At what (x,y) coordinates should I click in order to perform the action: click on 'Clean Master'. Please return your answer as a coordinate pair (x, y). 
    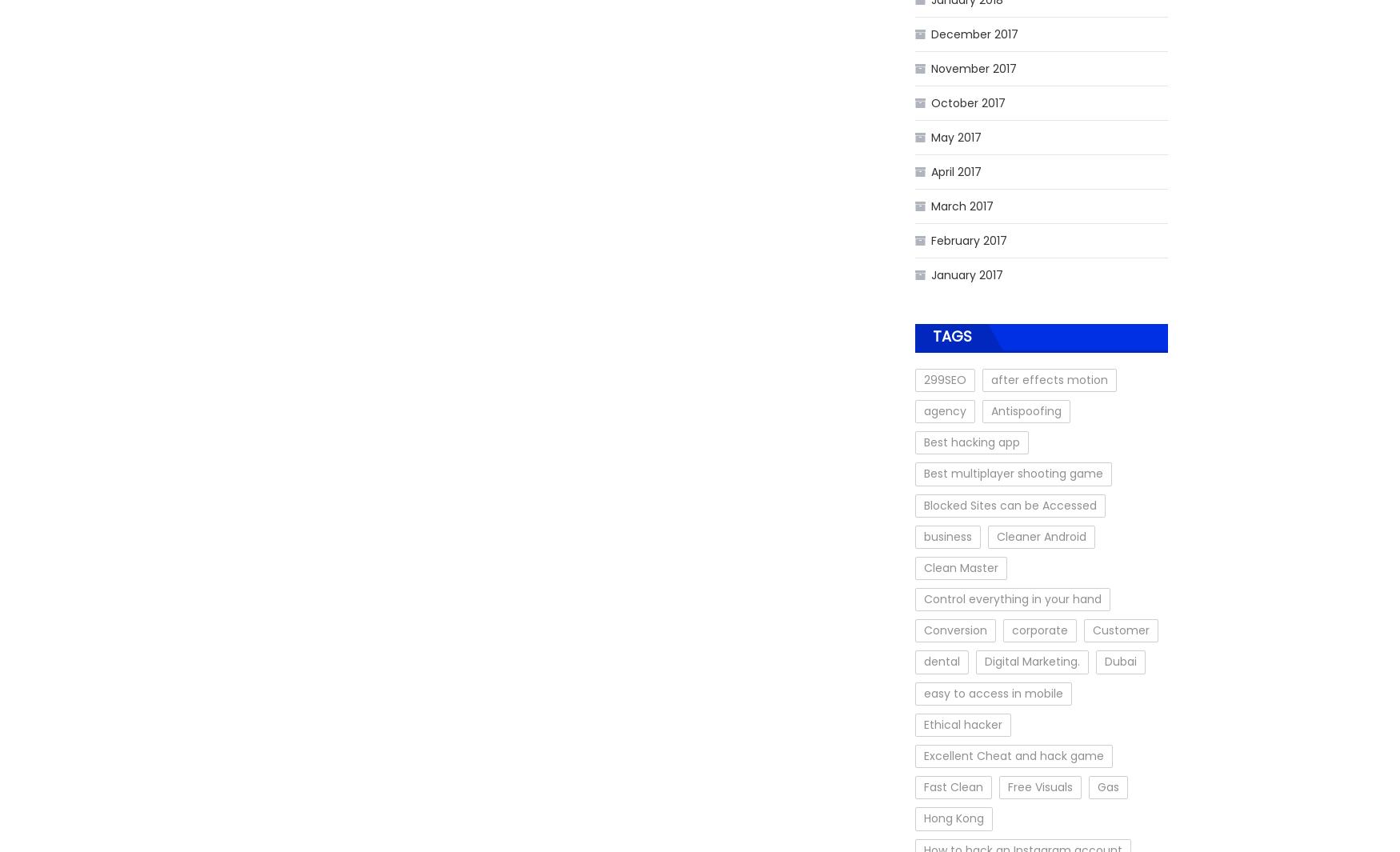
    Looking at the image, I should click on (923, 566).